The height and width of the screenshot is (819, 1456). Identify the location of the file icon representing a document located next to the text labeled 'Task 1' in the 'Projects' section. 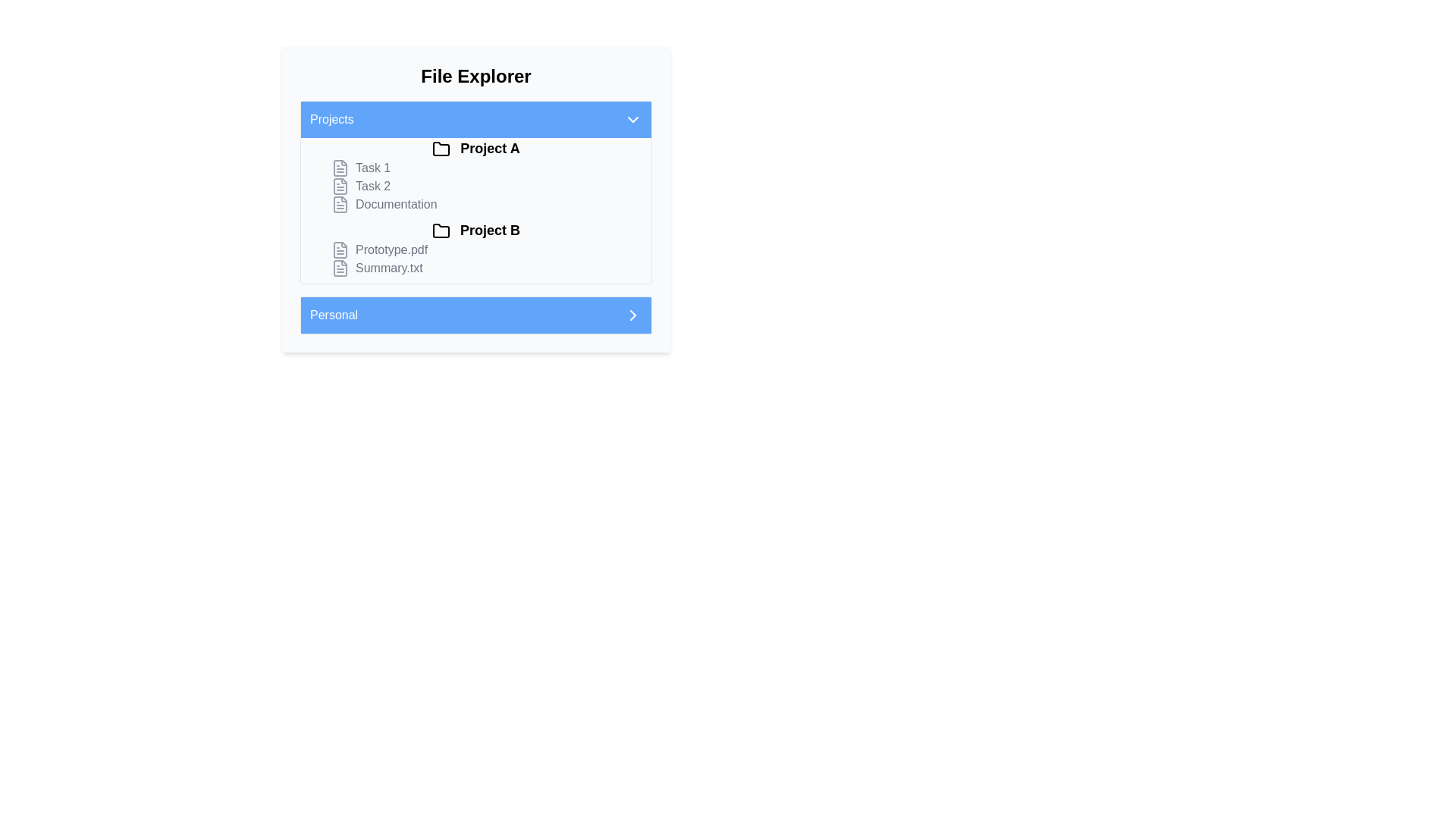
(340, 168).